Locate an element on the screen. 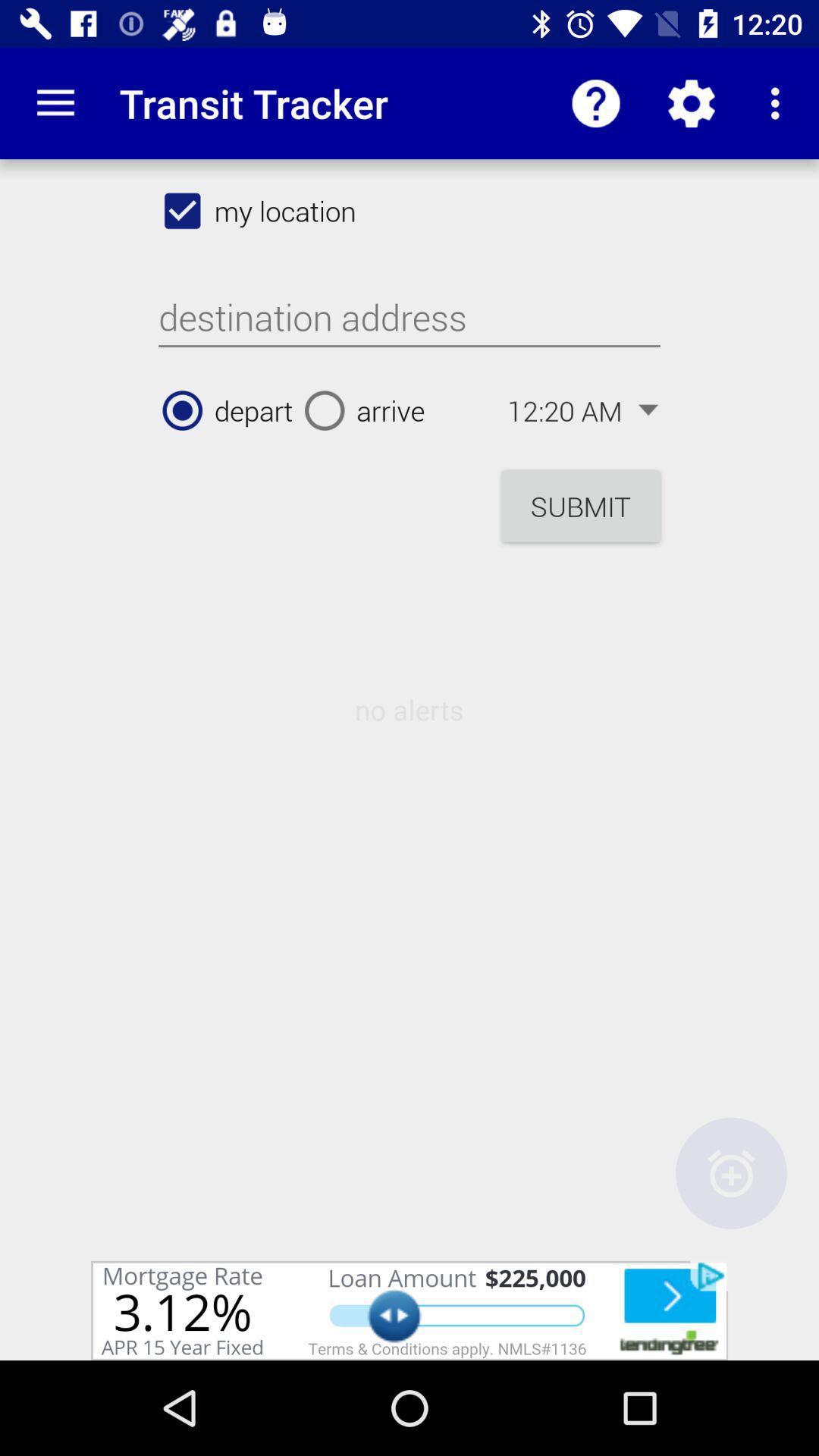  destination address is located at coordinates (409, 317).